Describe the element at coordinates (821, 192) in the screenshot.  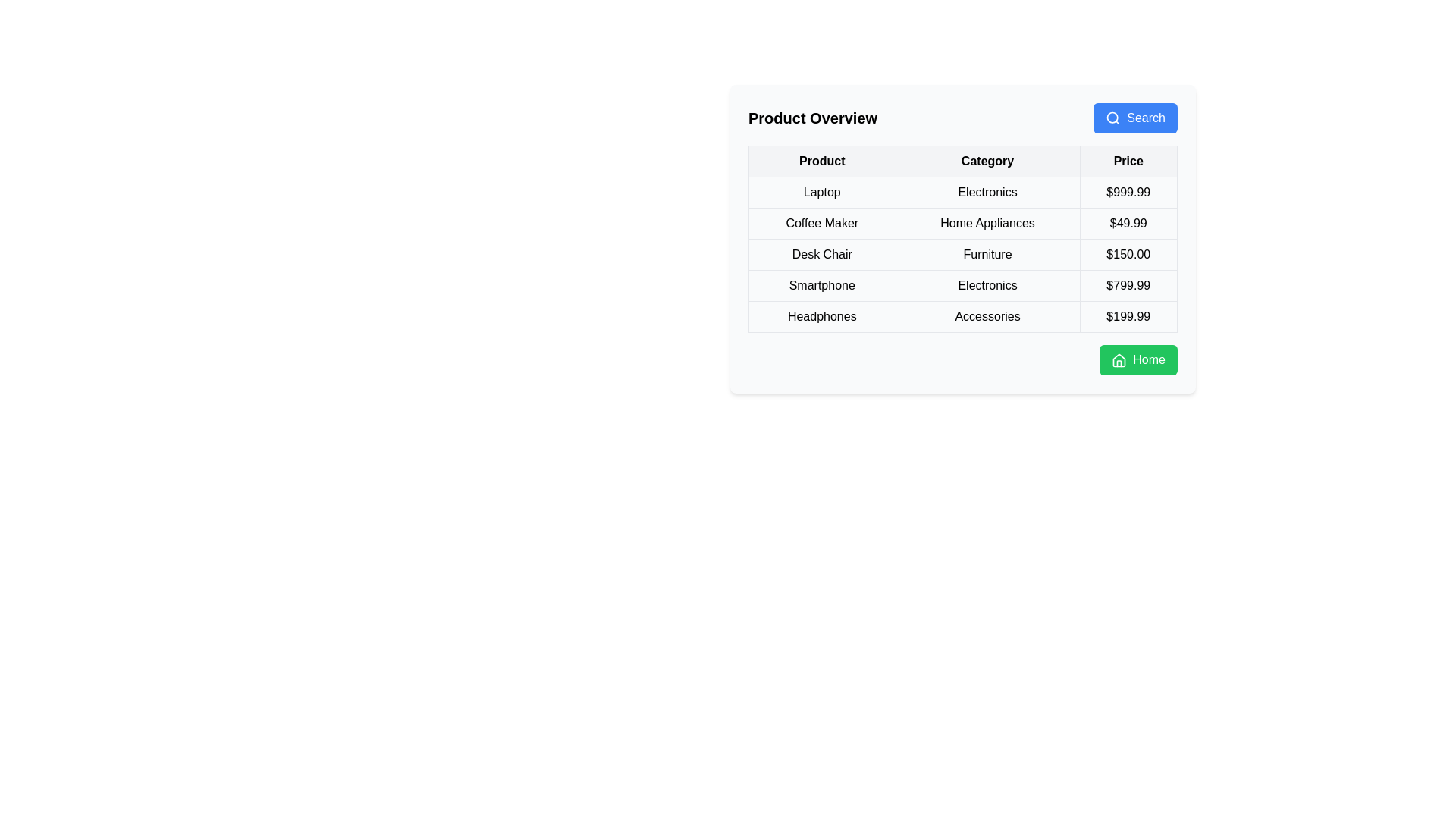
I see `the text label that displays 'Laptop', which is the first element in a product overview table row` at that location.